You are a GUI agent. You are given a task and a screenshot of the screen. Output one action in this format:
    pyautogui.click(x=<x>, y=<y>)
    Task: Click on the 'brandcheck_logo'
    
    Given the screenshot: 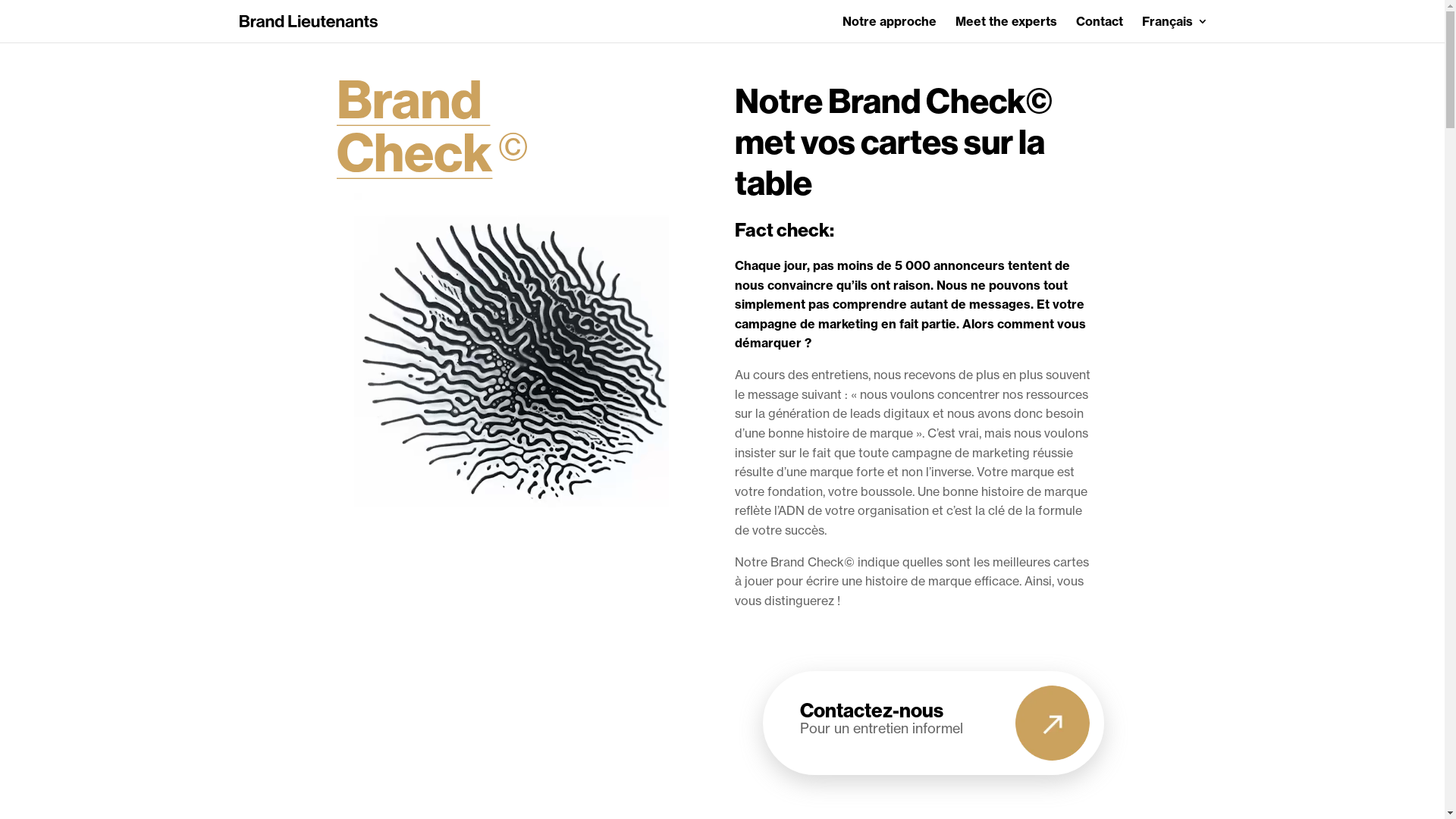 What is the action you would take?
    pyautogui.click(x=336, y=128)
    